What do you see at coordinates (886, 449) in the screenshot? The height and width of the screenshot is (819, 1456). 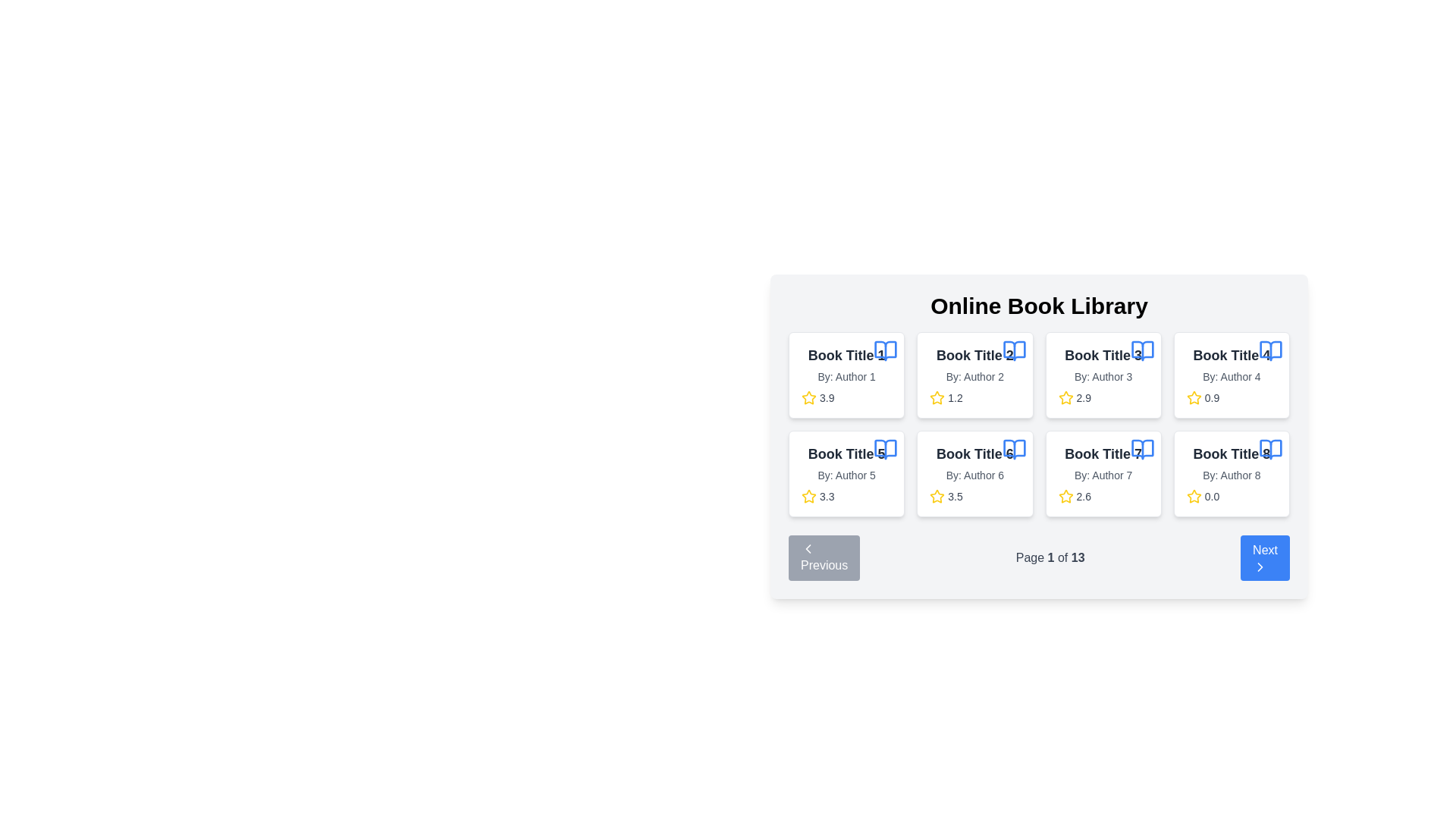 I see `the blue open-book icon located in the top-right corner of the card containing 'Book Title 5' and 'By: Author 5' for actions` at bounding box center [886, 449].